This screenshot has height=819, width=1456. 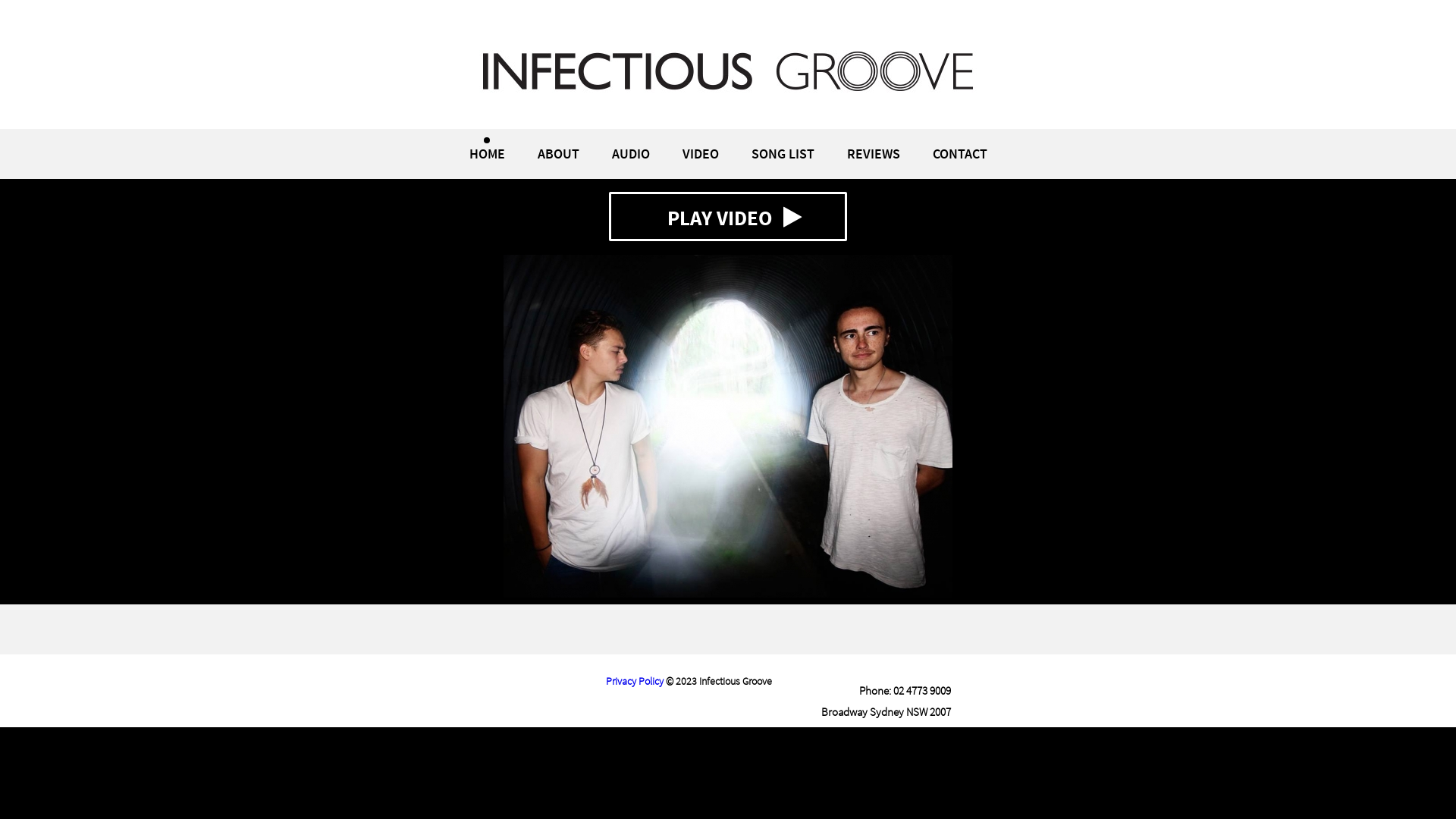 What do you see at coordinates (700, 153) in the screenshot?
I see `'VIDEO'` at bounding box center [700, 153].